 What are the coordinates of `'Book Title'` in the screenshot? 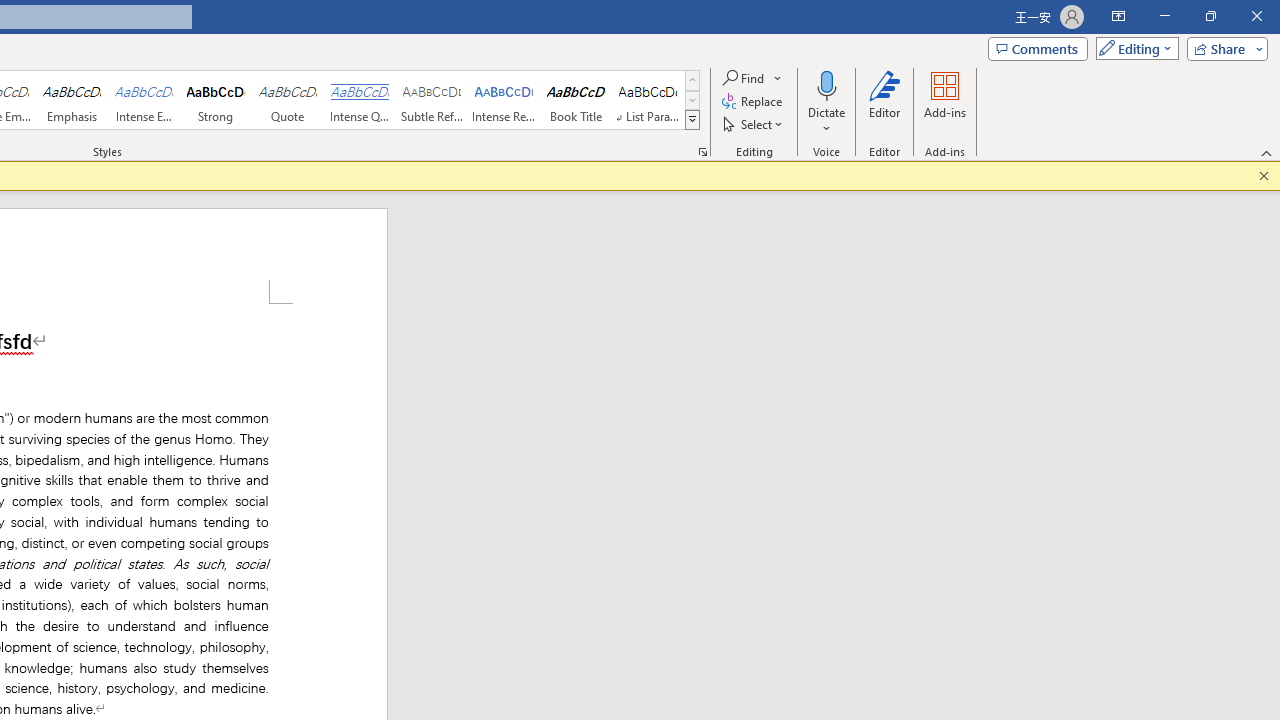 It's located at (575, 100).